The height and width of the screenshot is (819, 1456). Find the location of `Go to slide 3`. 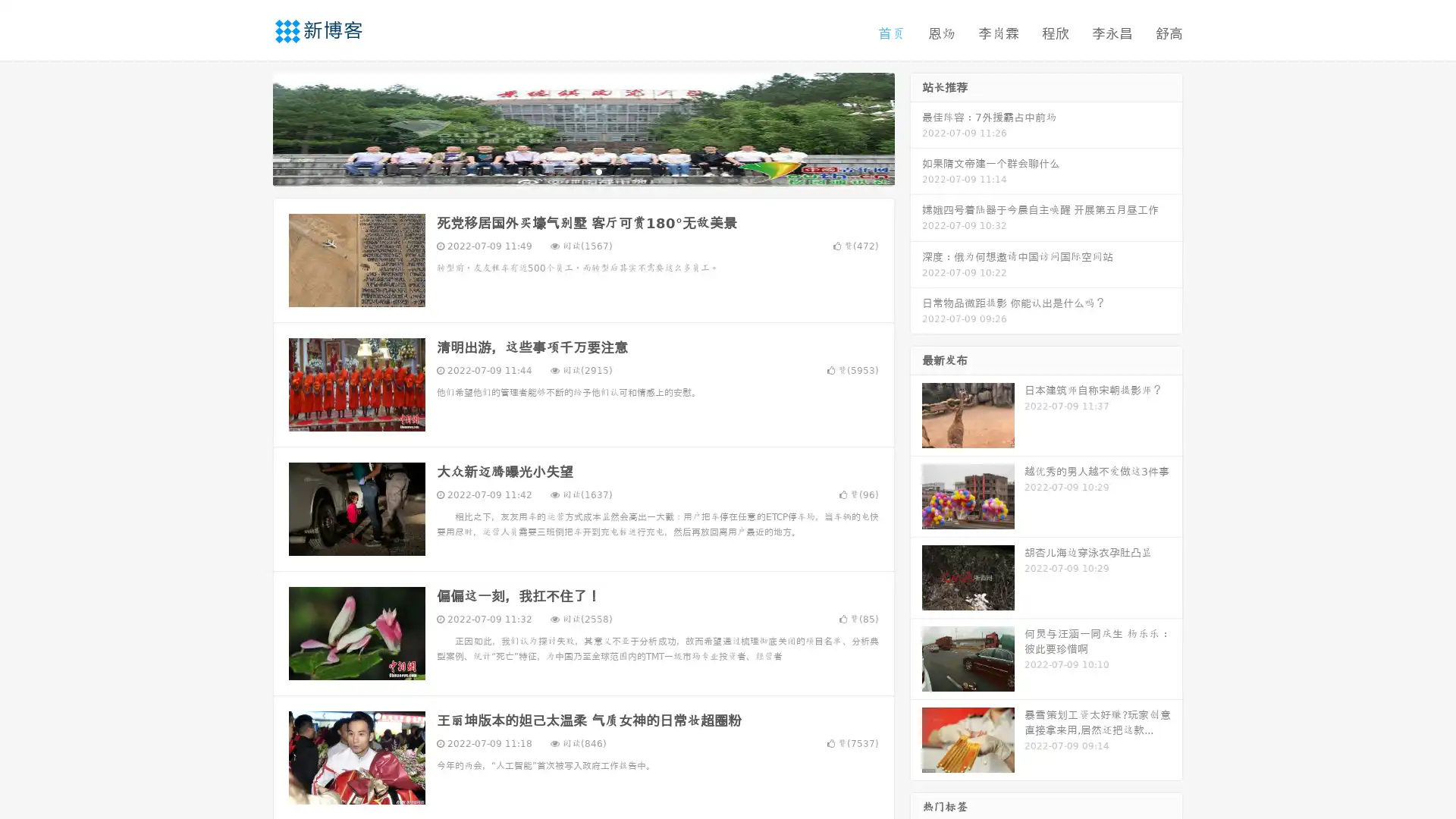

Go to slide 3 is located at coordinates (598, 171).